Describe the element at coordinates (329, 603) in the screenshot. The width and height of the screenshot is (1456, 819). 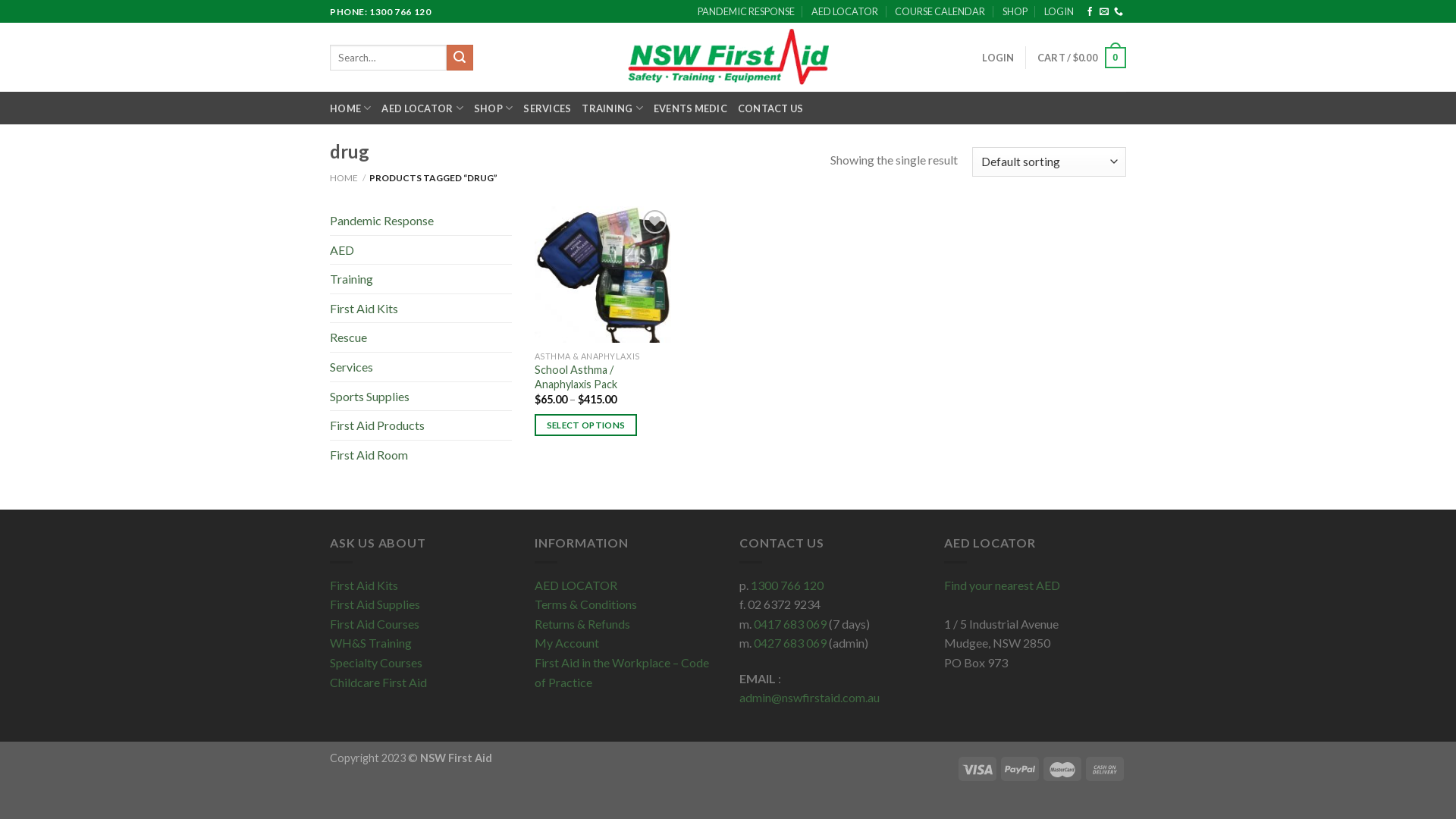
I see `'First Aid Supplies'` at that location.